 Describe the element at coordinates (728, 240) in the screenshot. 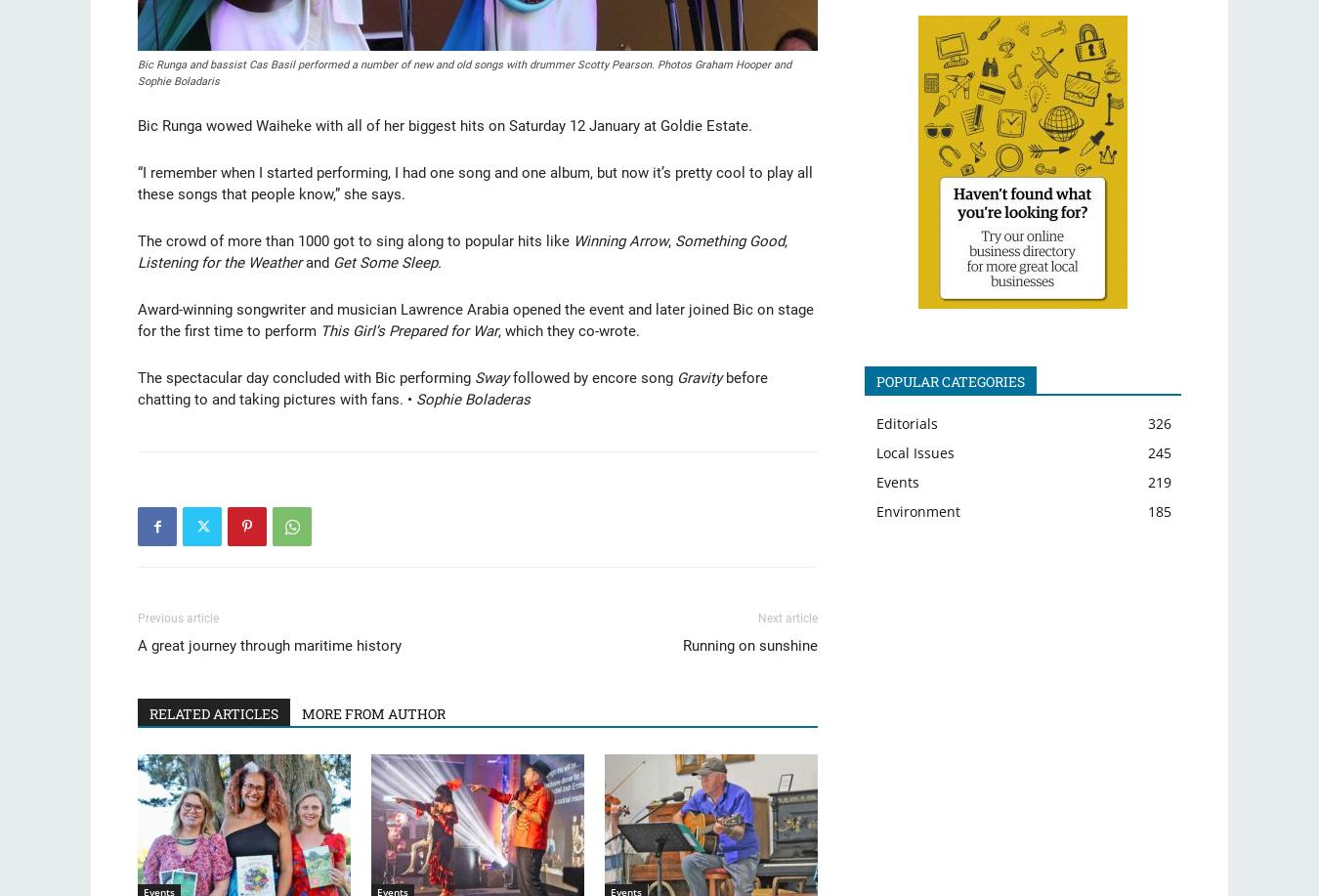

I see `'Something Good'` at that location.